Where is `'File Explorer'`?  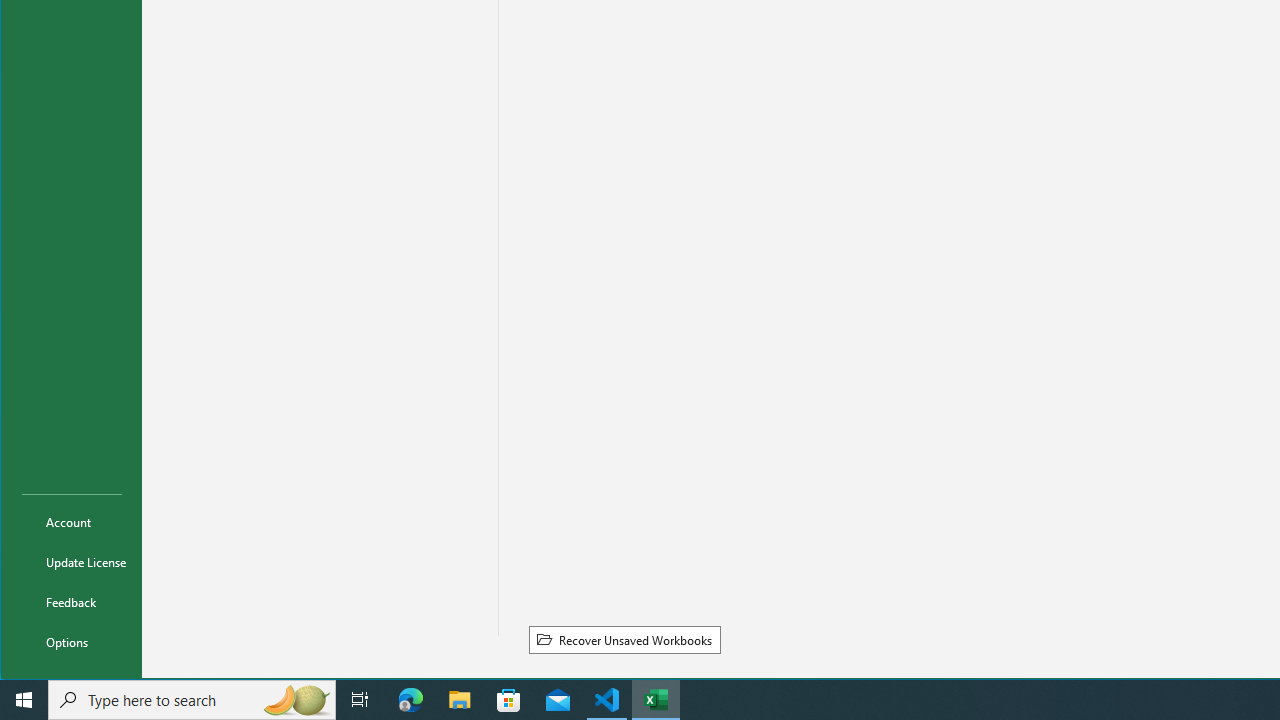
'File Explorer' is located at coordinates (459, 698).